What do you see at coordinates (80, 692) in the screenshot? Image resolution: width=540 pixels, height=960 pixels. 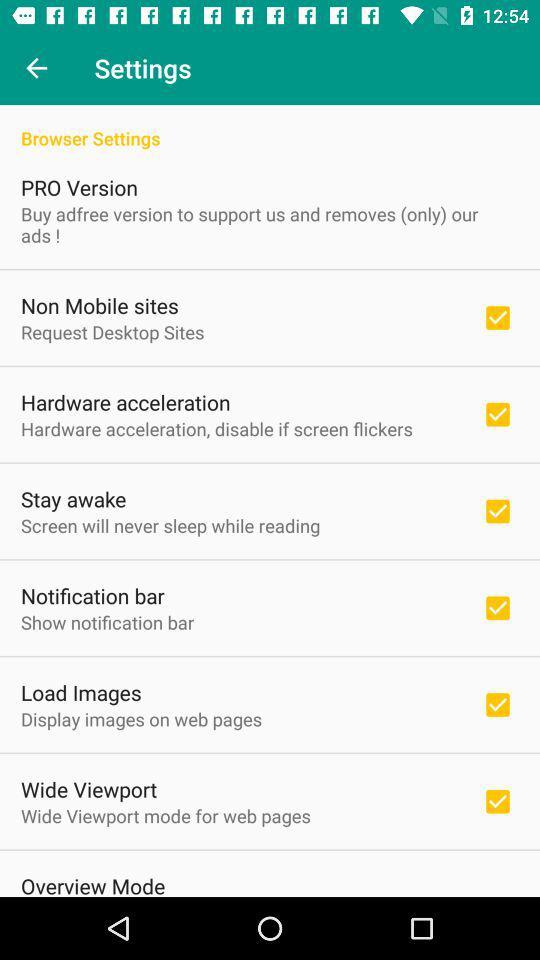 I see `the icon above the display images on` at bounding box center [80, 692].